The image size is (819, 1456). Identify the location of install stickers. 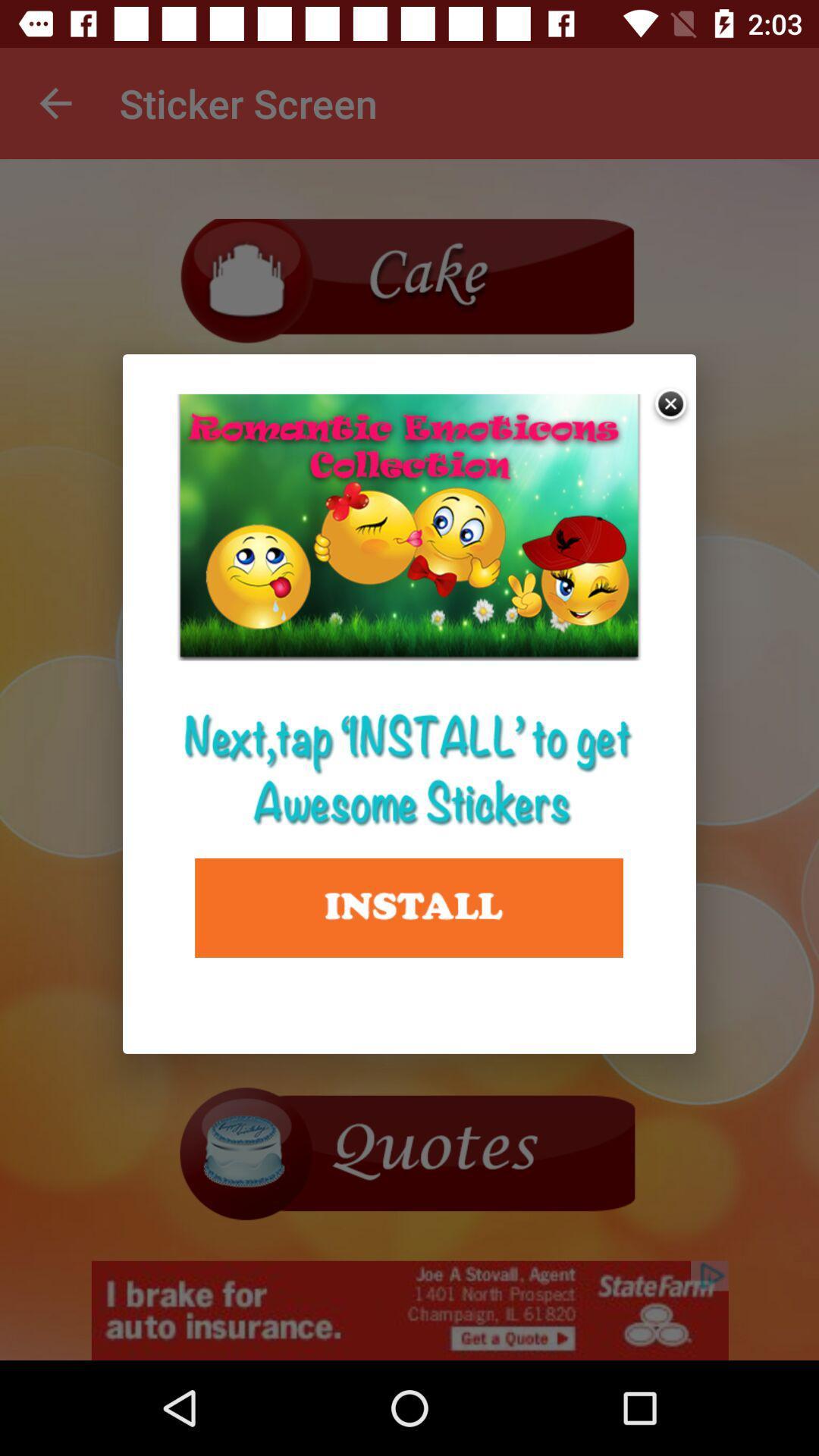
(408, 908).